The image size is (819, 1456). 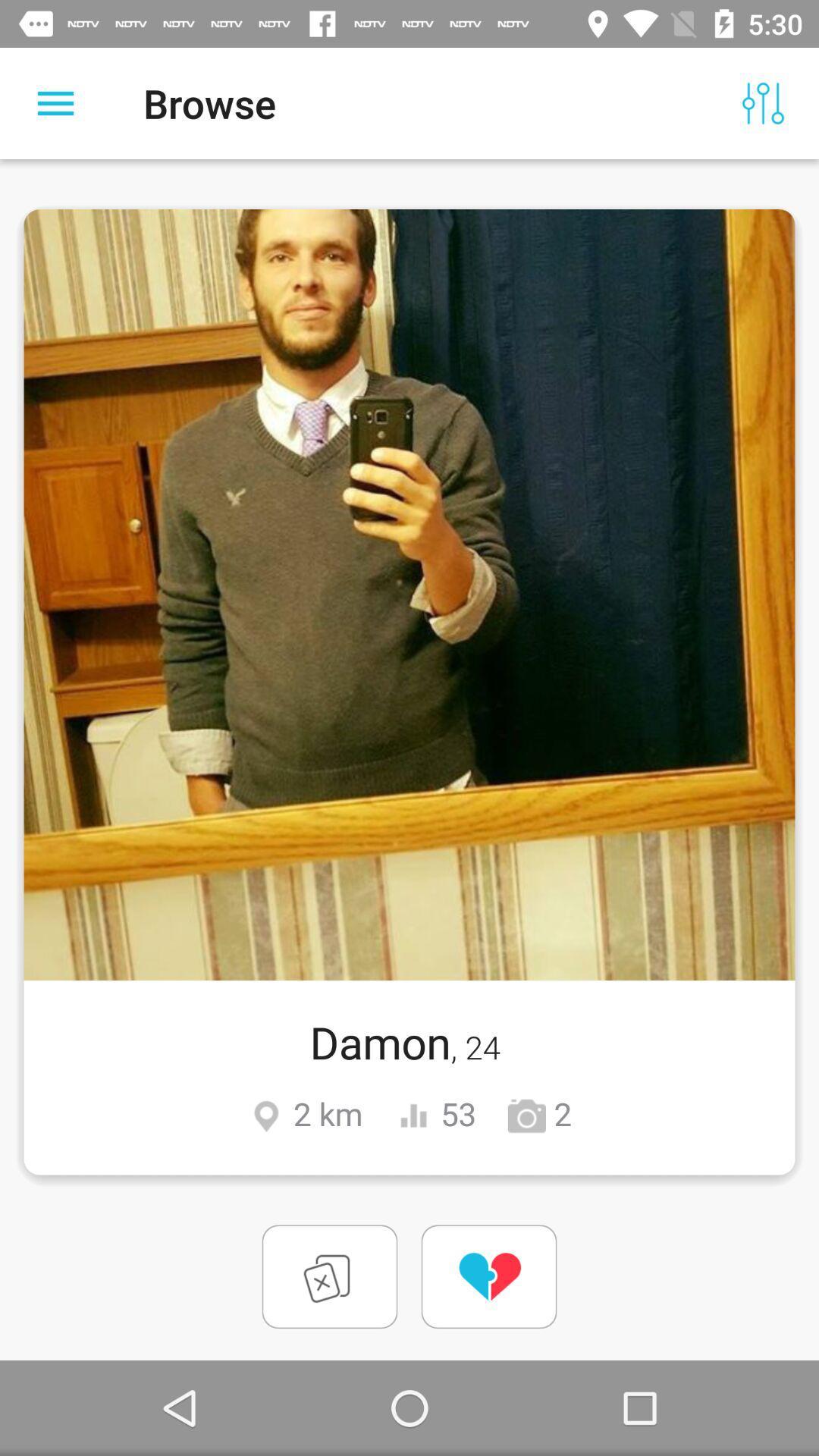 I want to click on the favorite icon, so click(x=488, y=1276).